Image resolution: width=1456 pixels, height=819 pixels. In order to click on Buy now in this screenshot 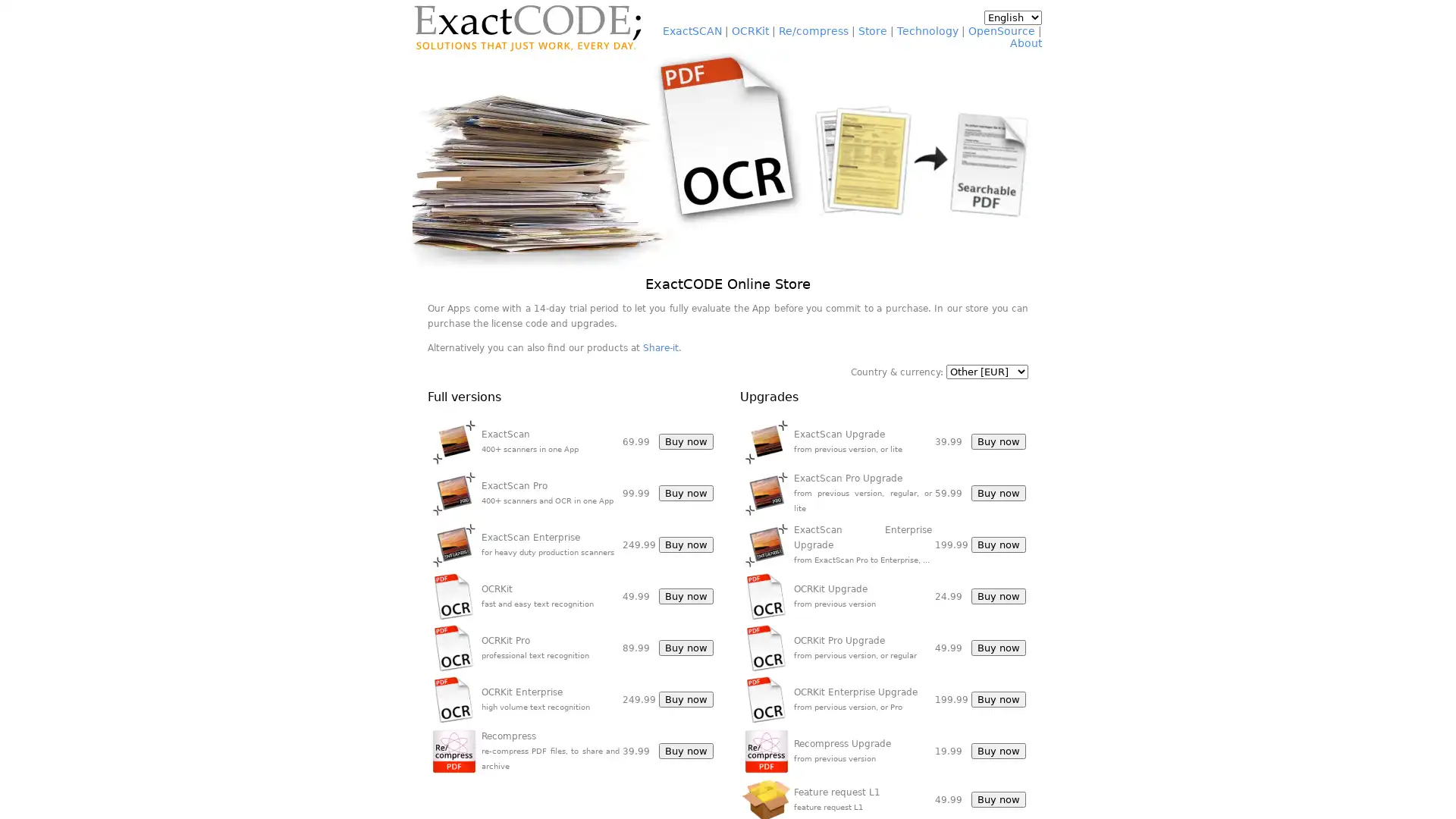, I will do `click(686, 493)`.